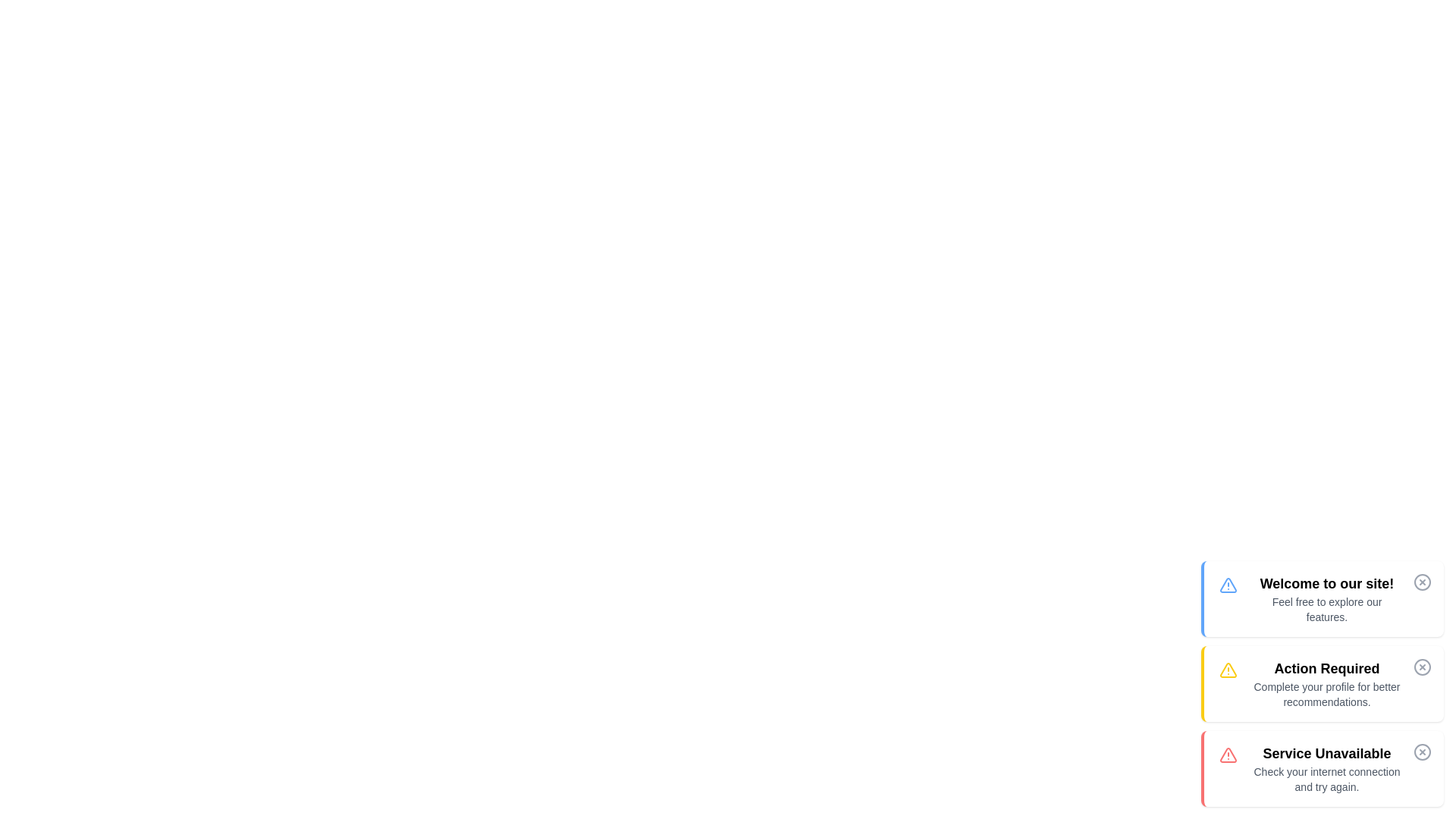 The height and width of the screenshot is (819, 1456). Describe the element at coordinates (1228, 584) in the screenshot. I see `the blue-outlined triangle icon with a circular exclamation mark in the center, which represents the alert labeled 'Welcome to our site!'` at that location.